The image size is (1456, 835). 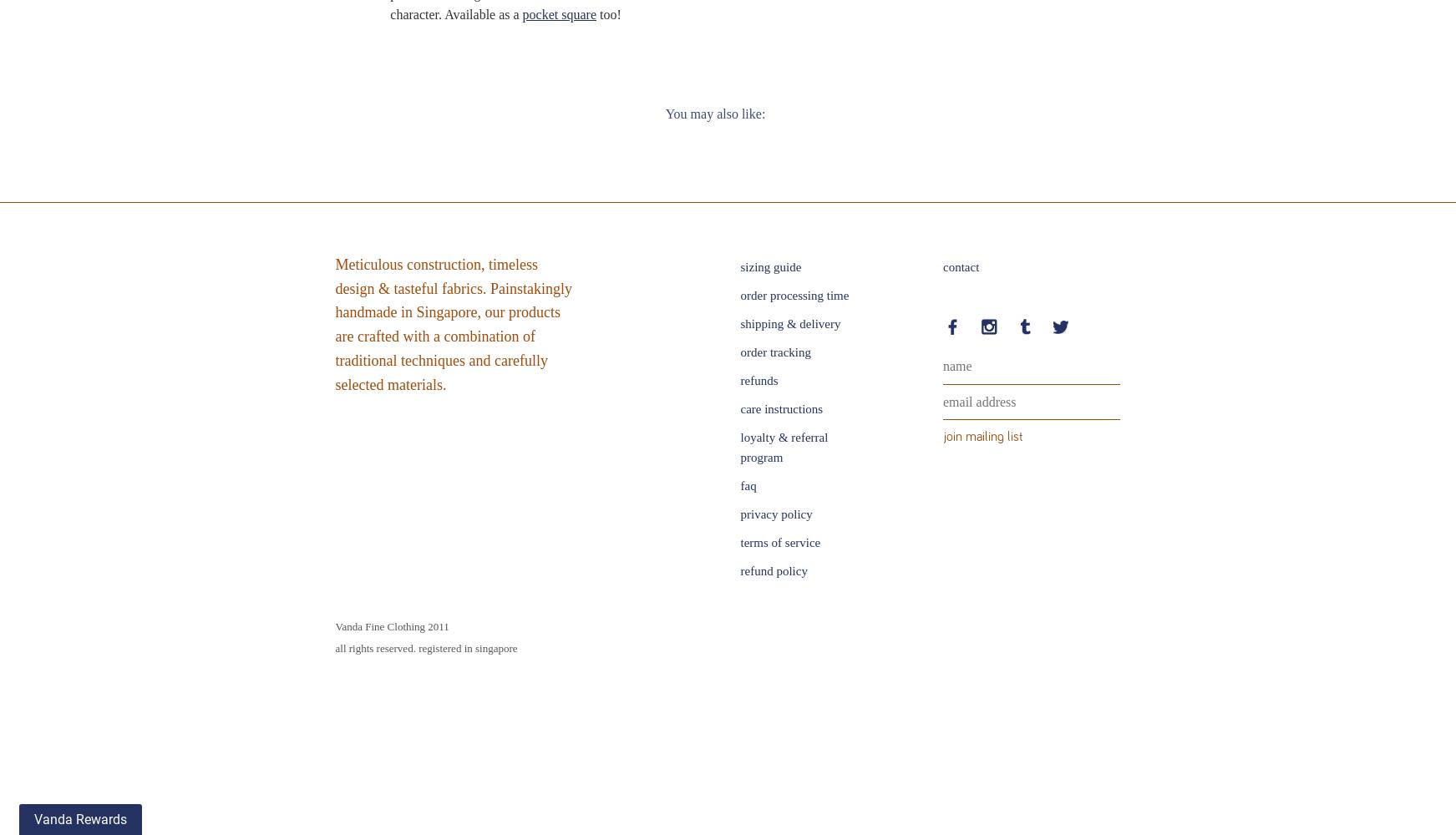 What do you see at coordinates (559, 14) in the screenshot?
I see `'pocket square'` at bounding box center [559, 14].